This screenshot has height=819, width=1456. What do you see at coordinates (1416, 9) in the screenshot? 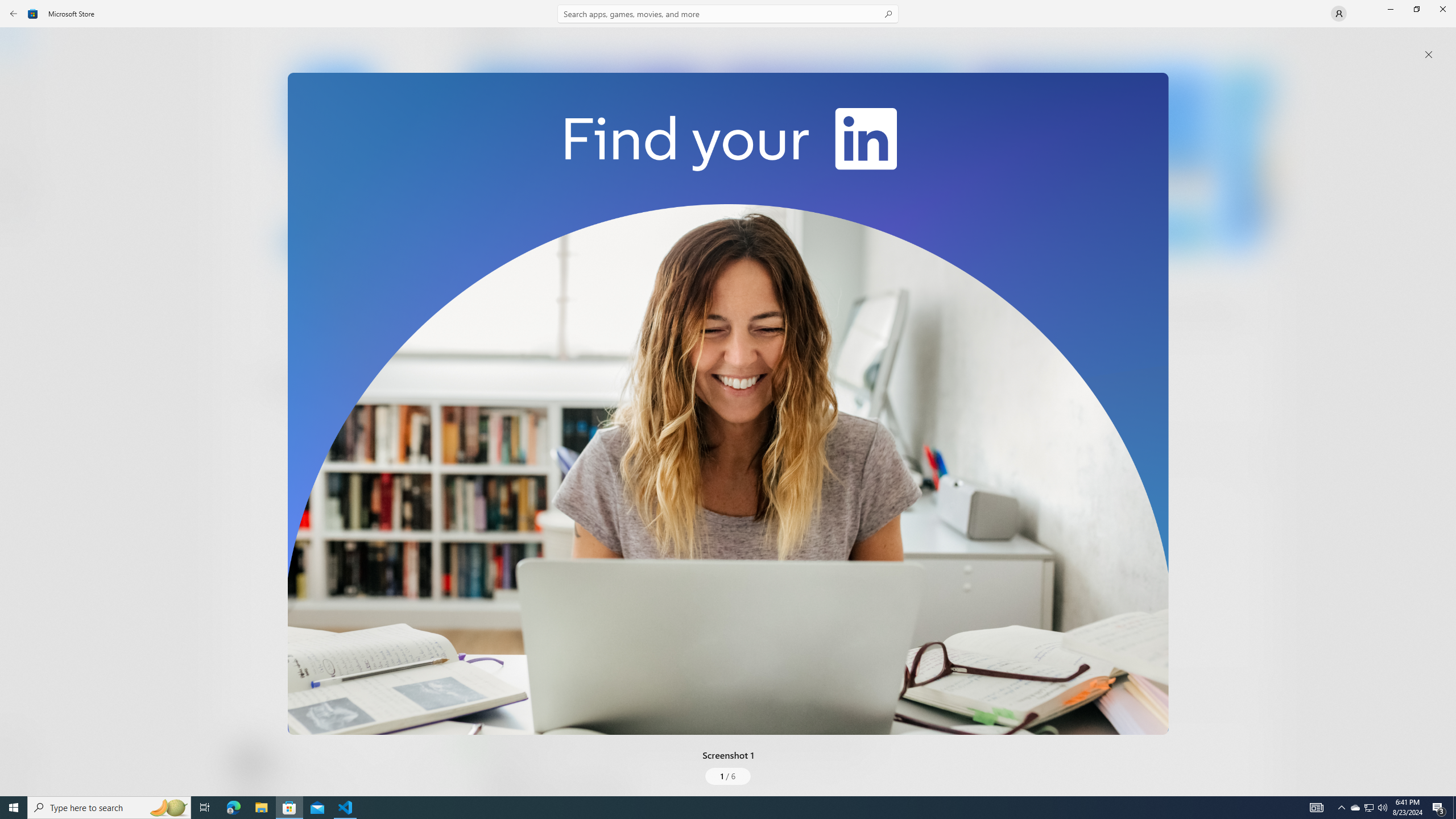
I see `'Restore Microsoft Store'` at bounding box center [1416, 9].